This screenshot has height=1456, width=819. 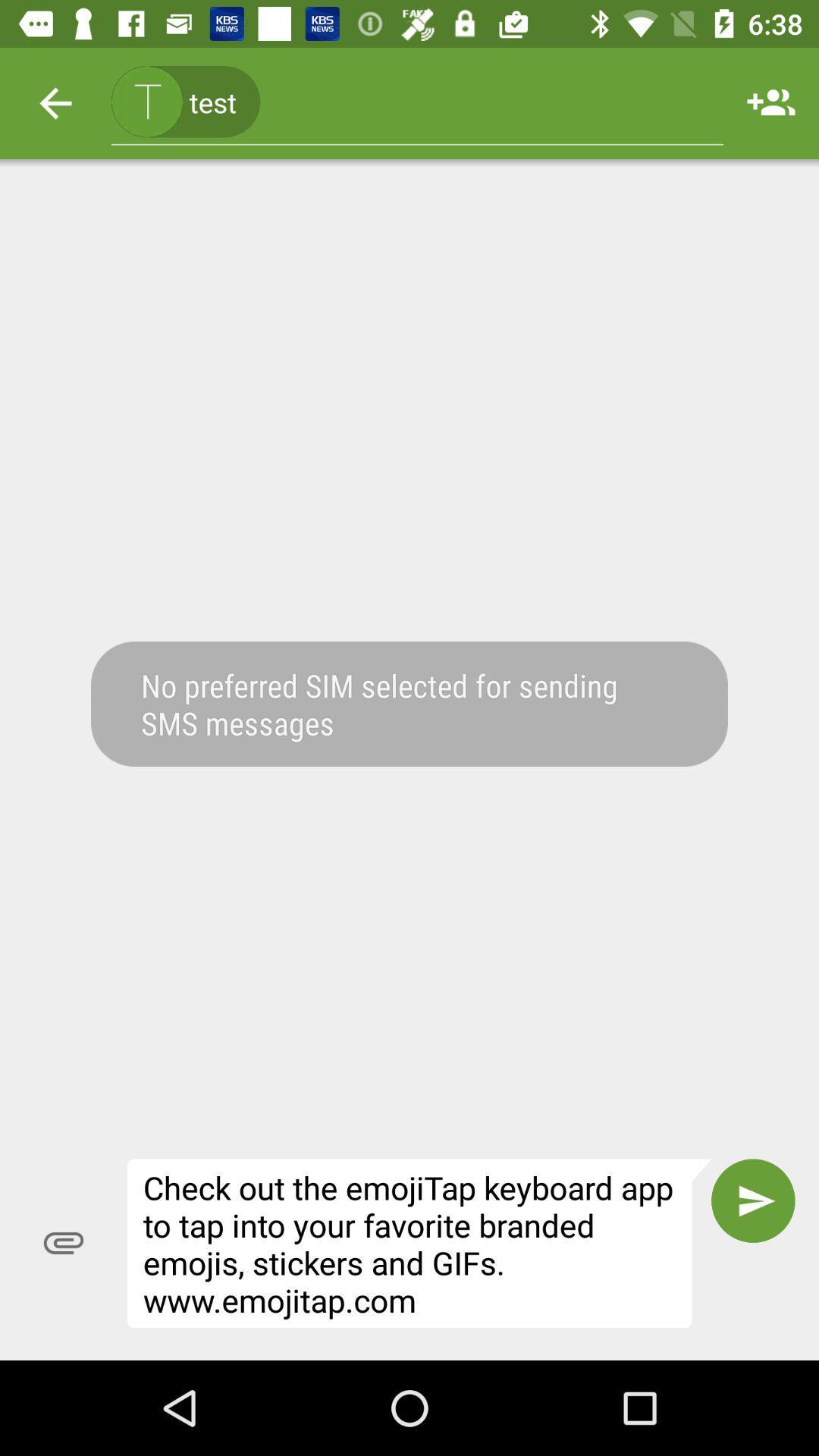 What do you see at coordinates (55, 102) in the screenshot?
I see `the icon next to the (415) 123-4567,  item` at bounding box center [55, 102].